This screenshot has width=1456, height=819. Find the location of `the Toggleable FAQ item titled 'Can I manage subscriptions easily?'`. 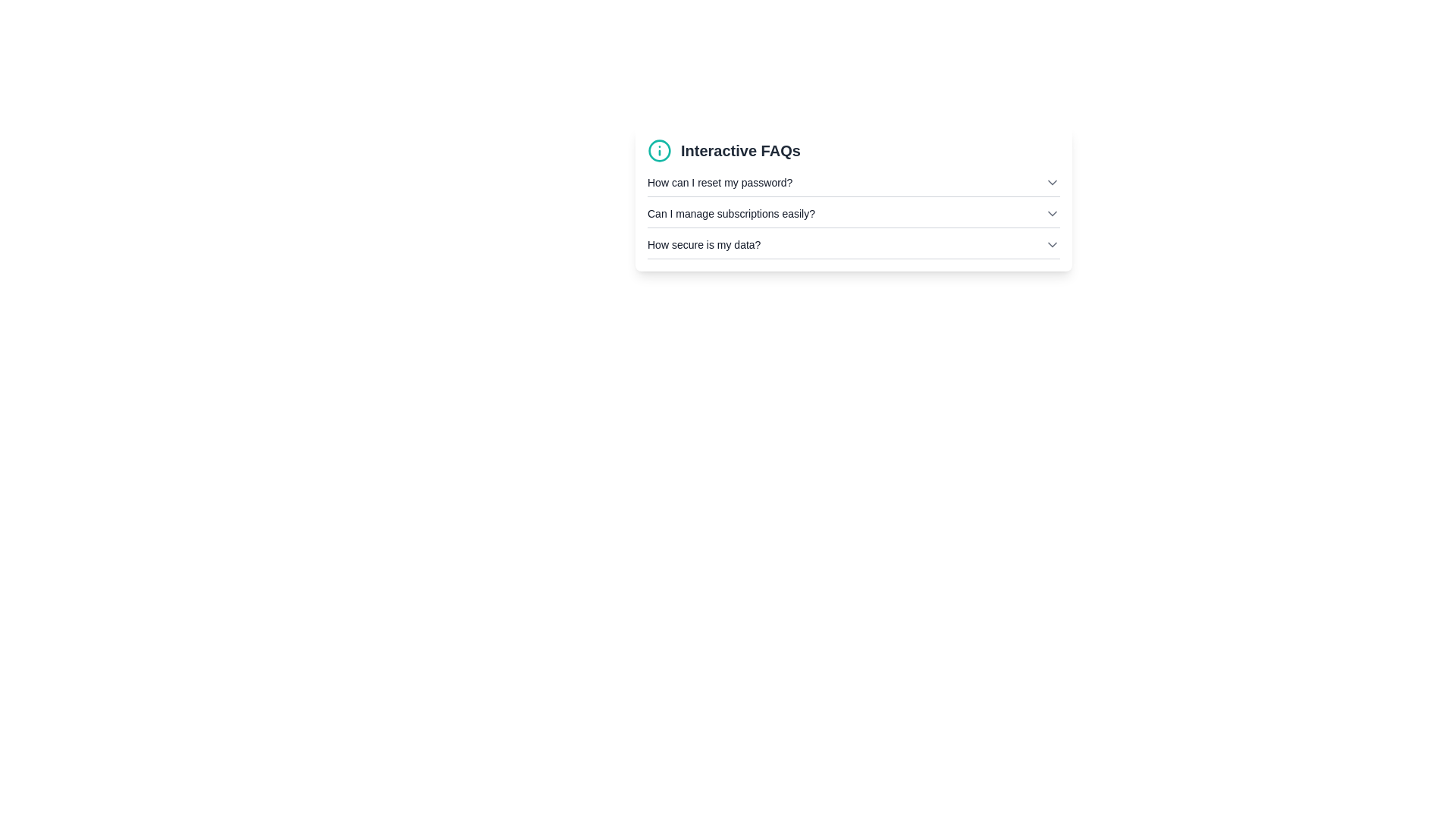

the Toggleable FAQ item titled 'Can I manage subscriptions easily?' is located at coordinates (854, 216).